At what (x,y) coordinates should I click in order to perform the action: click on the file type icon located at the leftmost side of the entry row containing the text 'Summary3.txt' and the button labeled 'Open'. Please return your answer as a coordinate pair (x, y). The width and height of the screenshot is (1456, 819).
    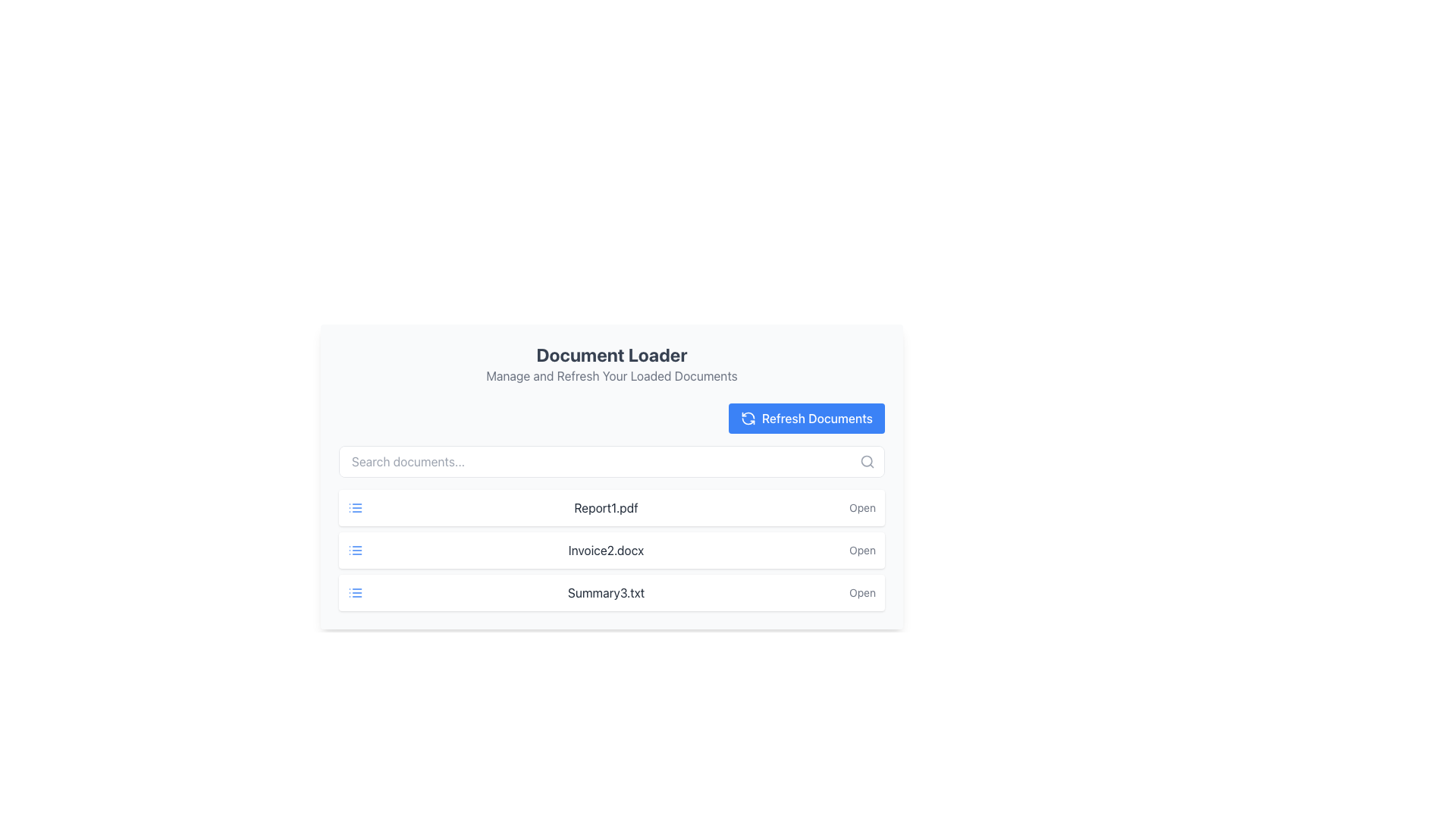
    Looking at the image, I should click on (355, 592).